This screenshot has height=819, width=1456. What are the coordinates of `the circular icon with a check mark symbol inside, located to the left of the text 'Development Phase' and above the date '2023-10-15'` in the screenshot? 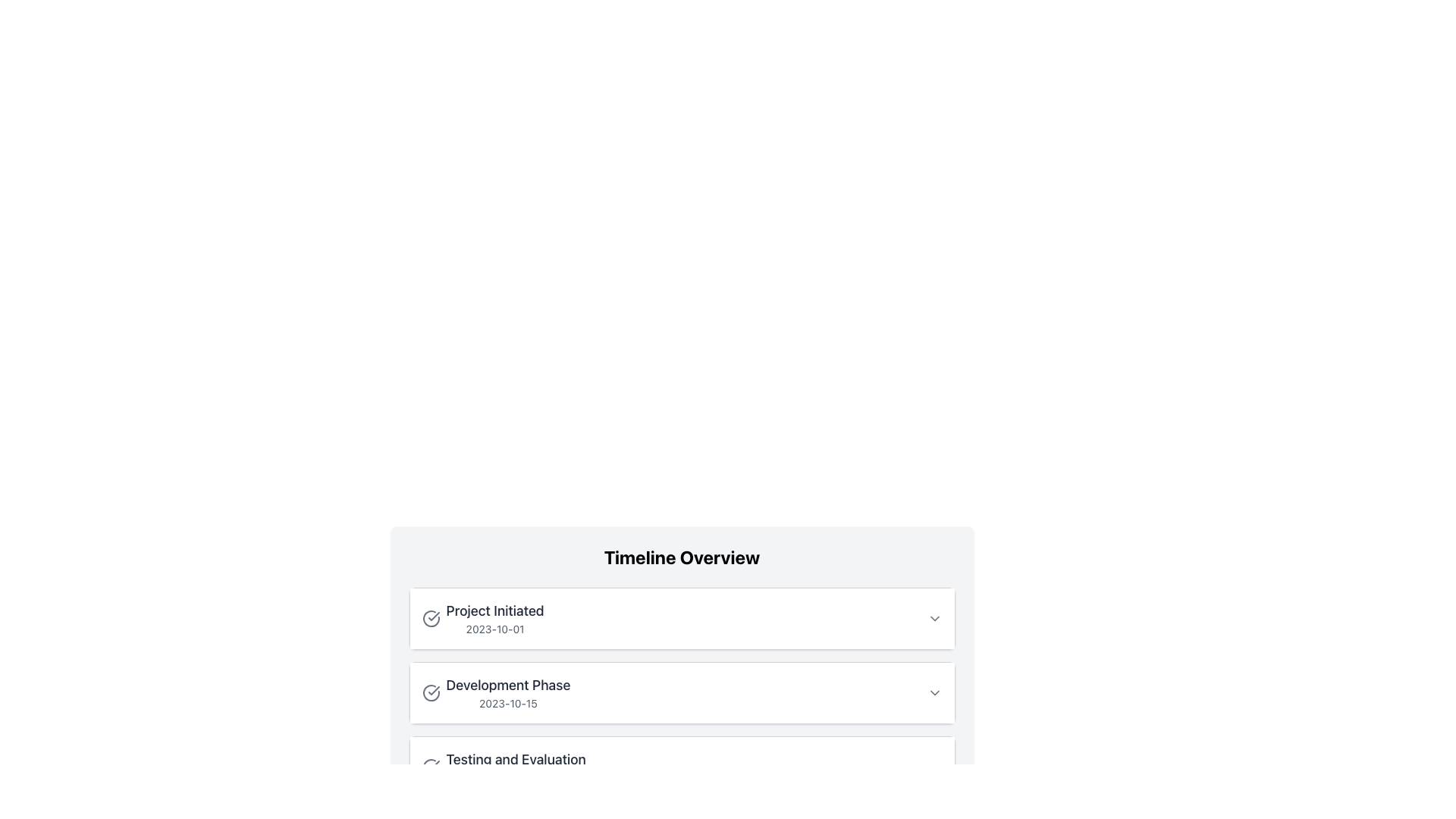 It's located at (430, 693).